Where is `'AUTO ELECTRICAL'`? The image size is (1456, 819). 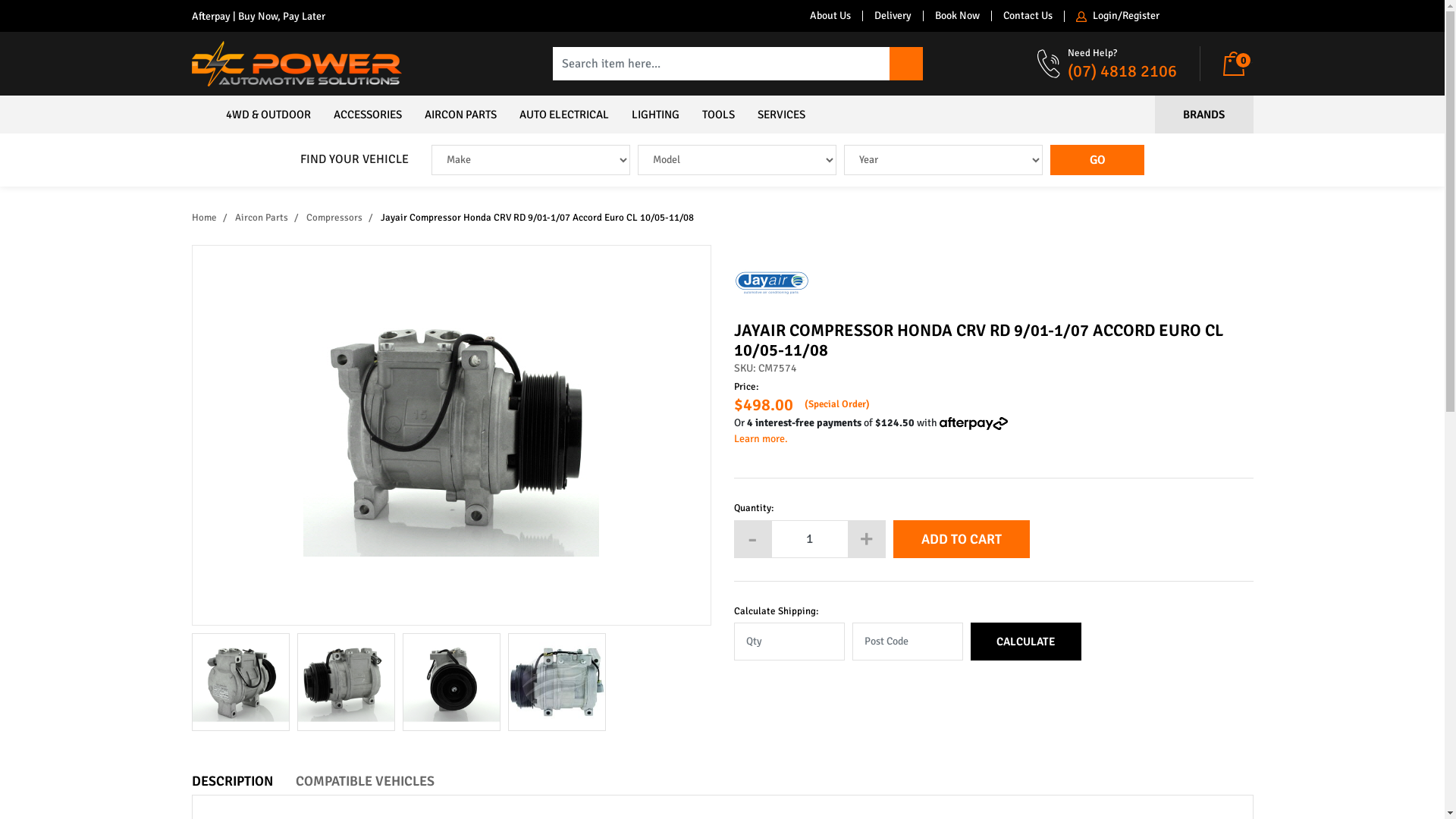 'AUTO ELECTRICAL' is located at coordinates (563, 113).